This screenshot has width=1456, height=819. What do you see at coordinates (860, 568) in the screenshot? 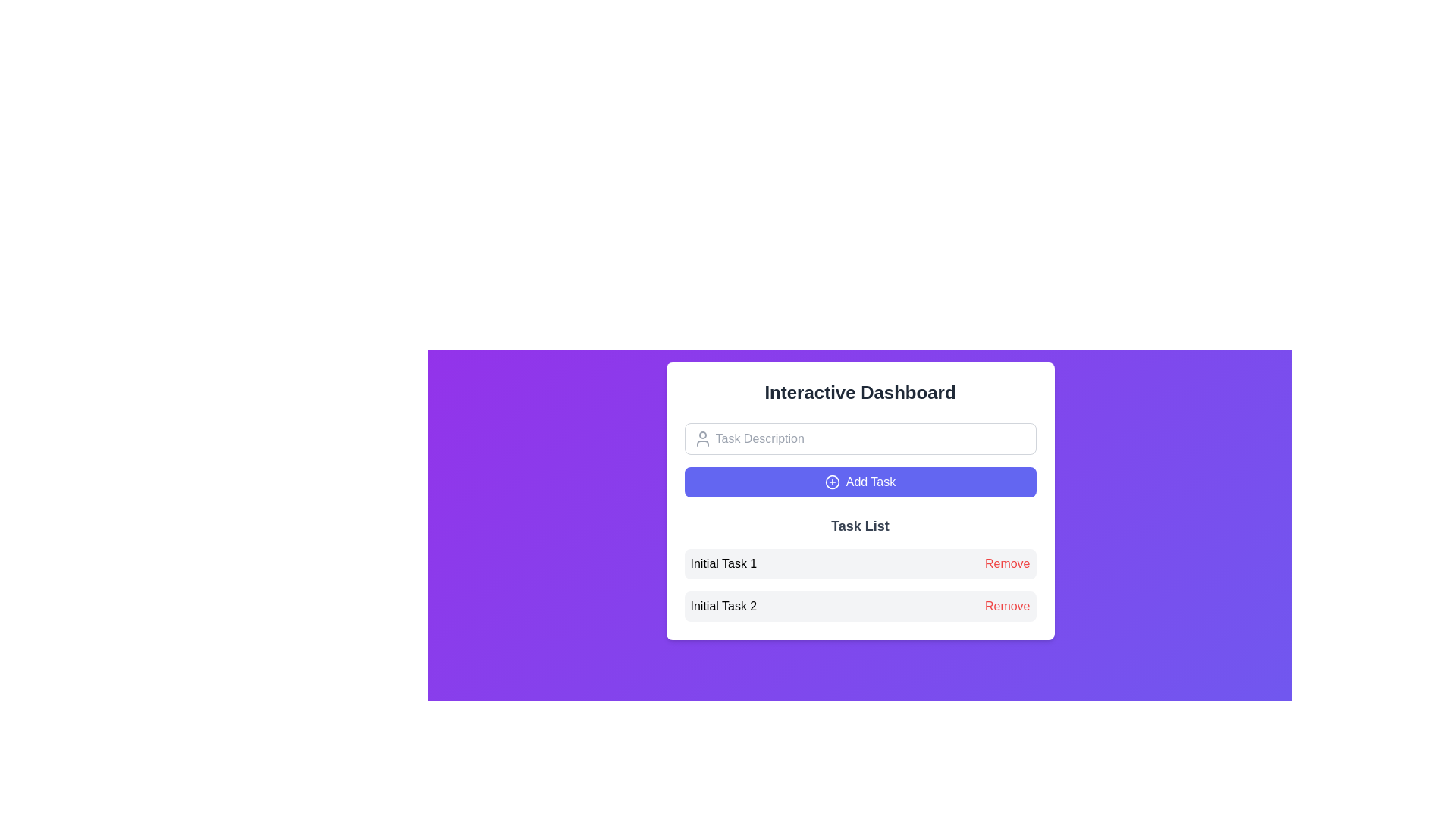
I see `the task rows in the task list section, which is displayed below the 'Interactive Dashboard' title and 'Add Task' button` at bounding box center [860, 568].